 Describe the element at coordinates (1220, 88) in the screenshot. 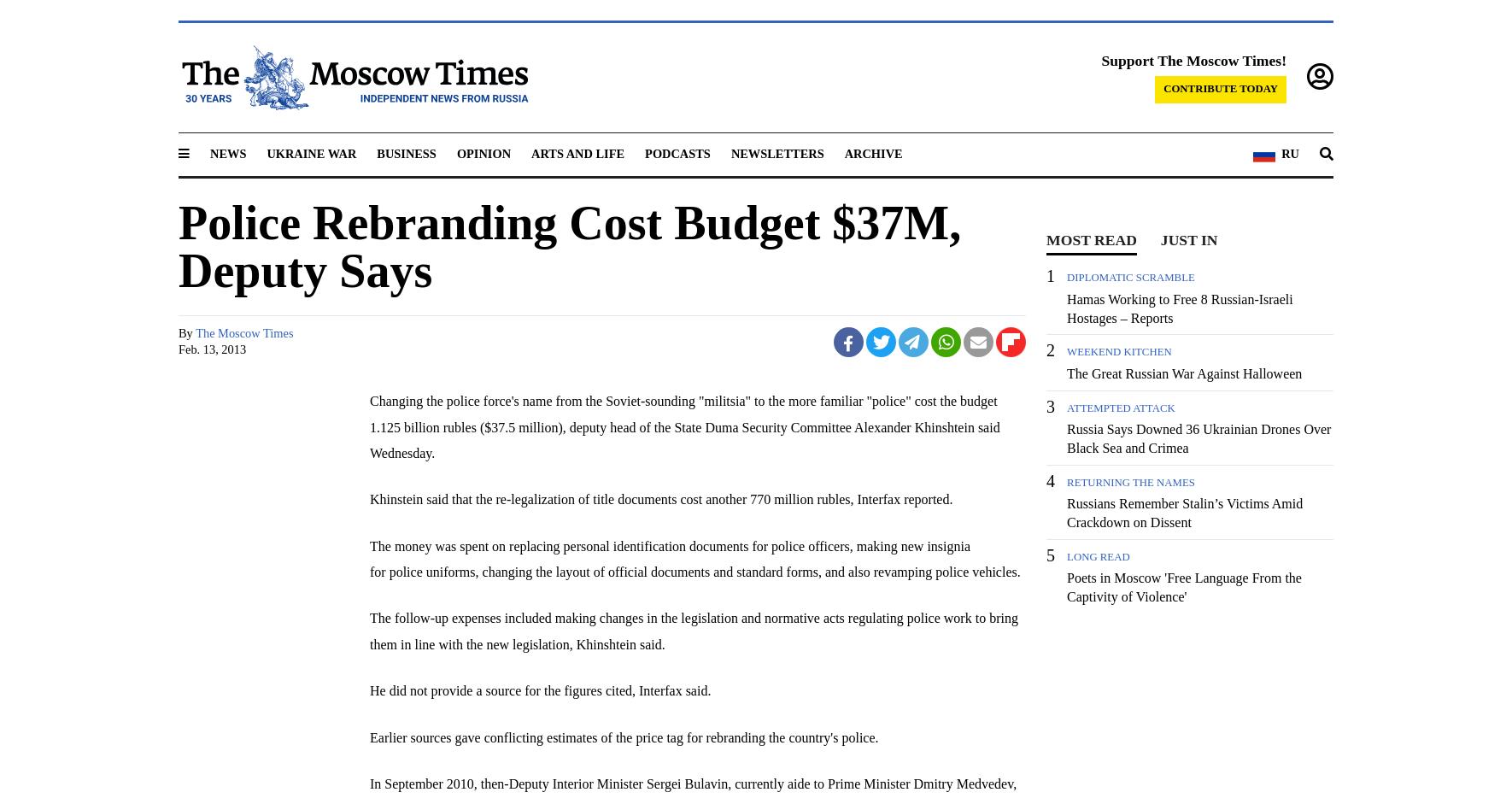

I see `'Contribute today'` at that location.